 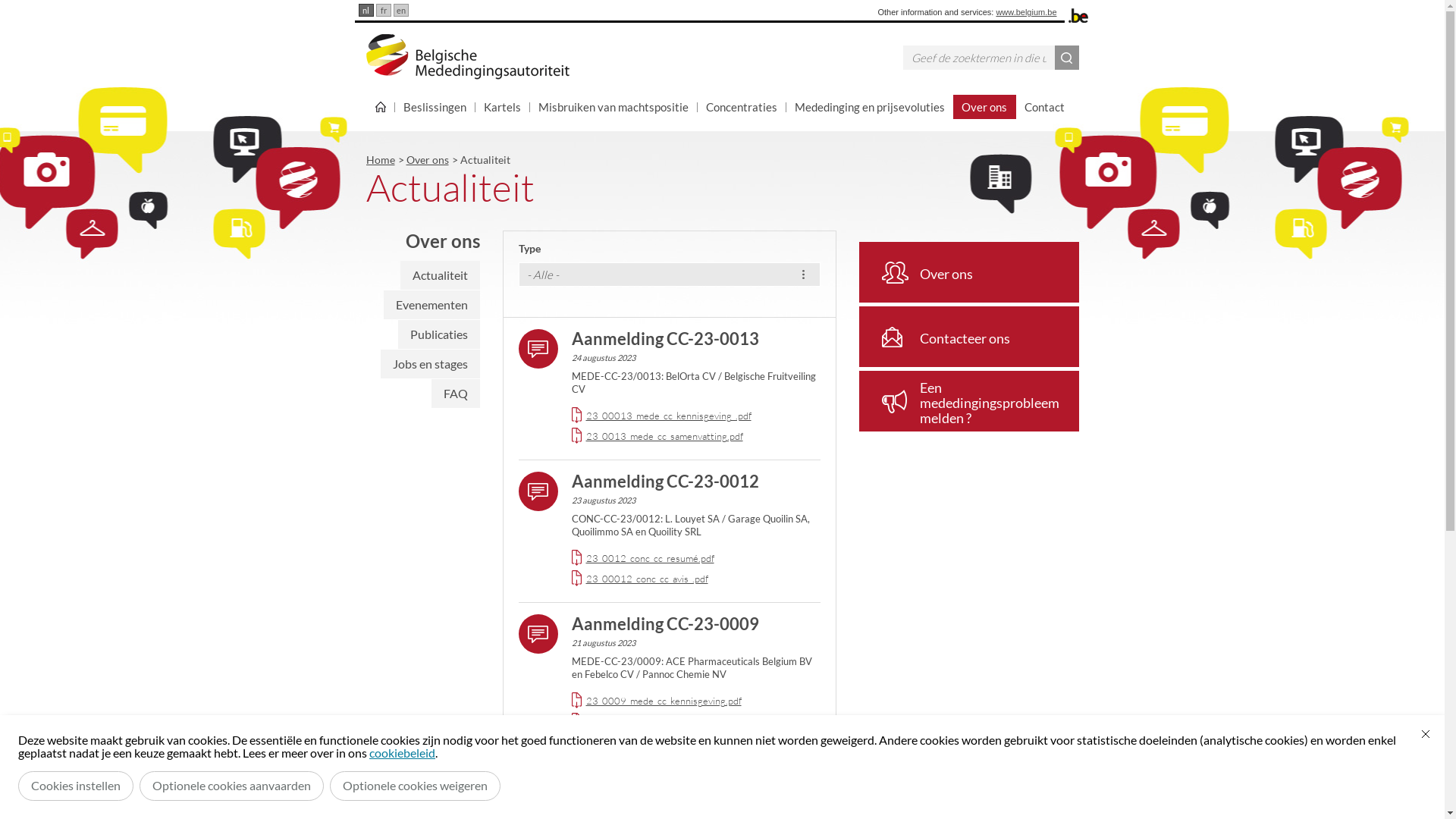 What do you see at coordinates (742, 106) in the screenshot?
I see `'Concentraties'` at bounding box center [742, 106].